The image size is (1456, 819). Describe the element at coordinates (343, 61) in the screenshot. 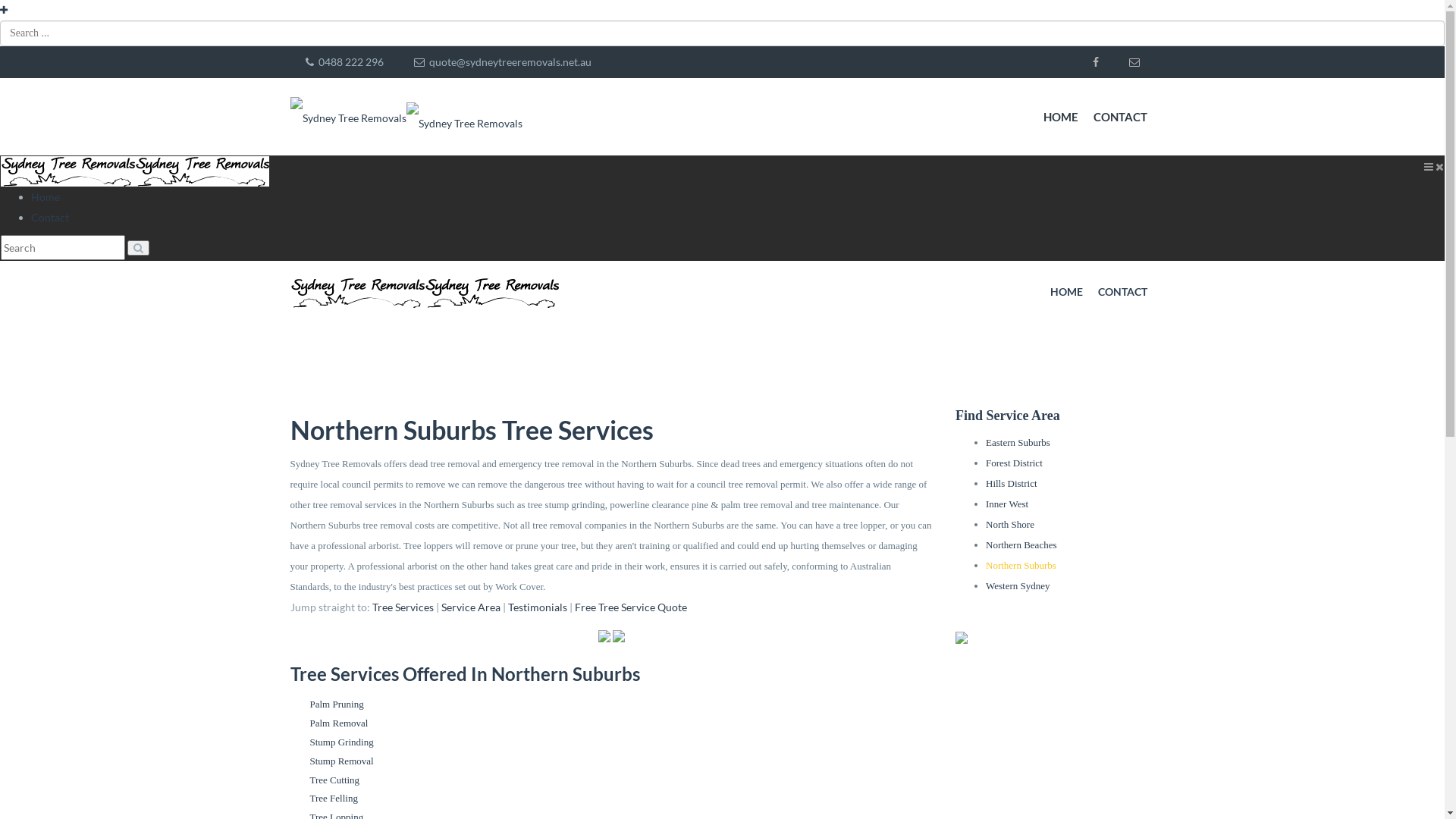

I see `'  0488 222 296'` at that location.